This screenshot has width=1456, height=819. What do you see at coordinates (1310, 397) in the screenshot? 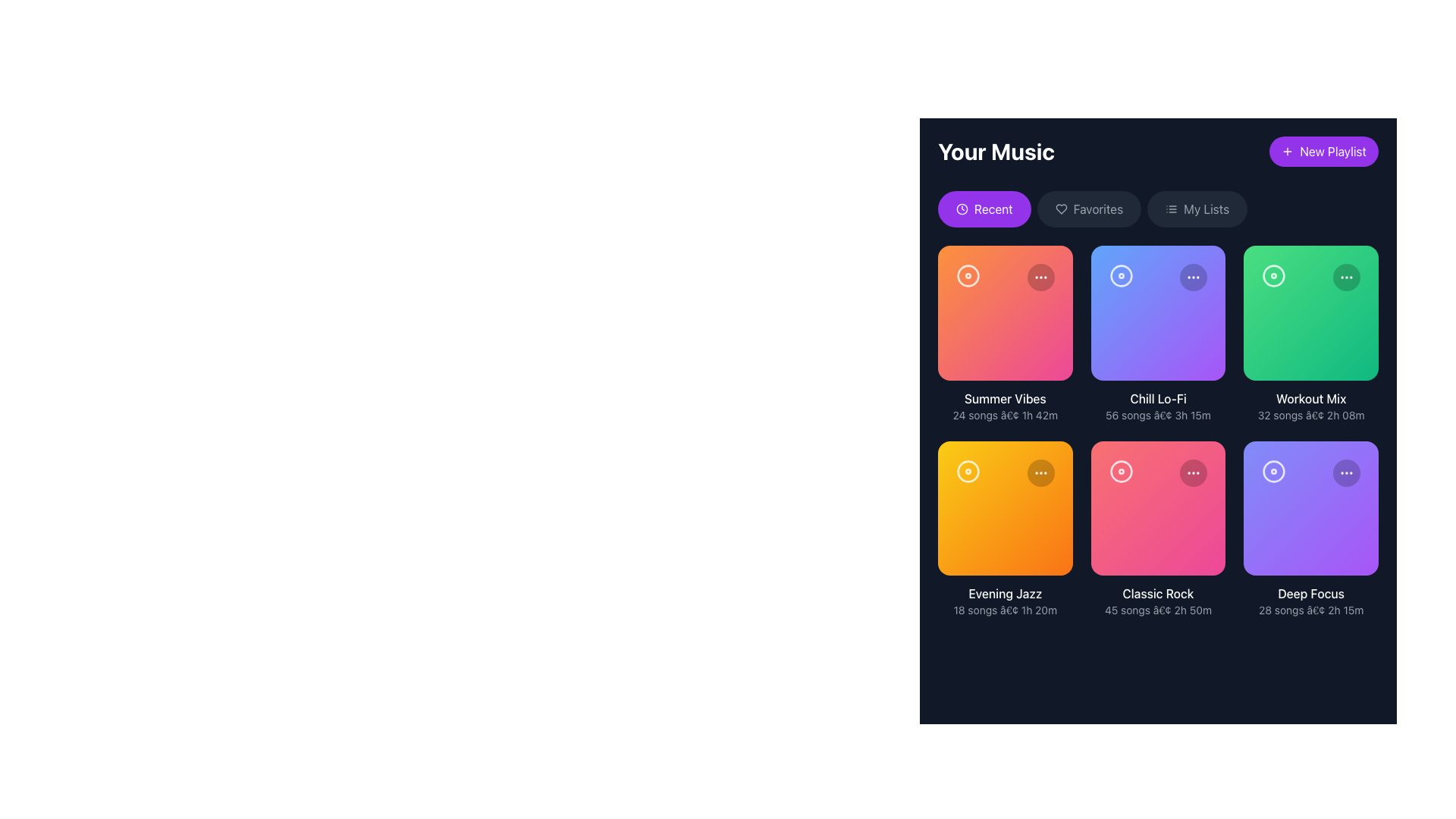
I see `text content of the title label for the playlist located in the third column of the first row beneath the green playlist card in the 'Your Music' section` at bounding box center [1310, 397].